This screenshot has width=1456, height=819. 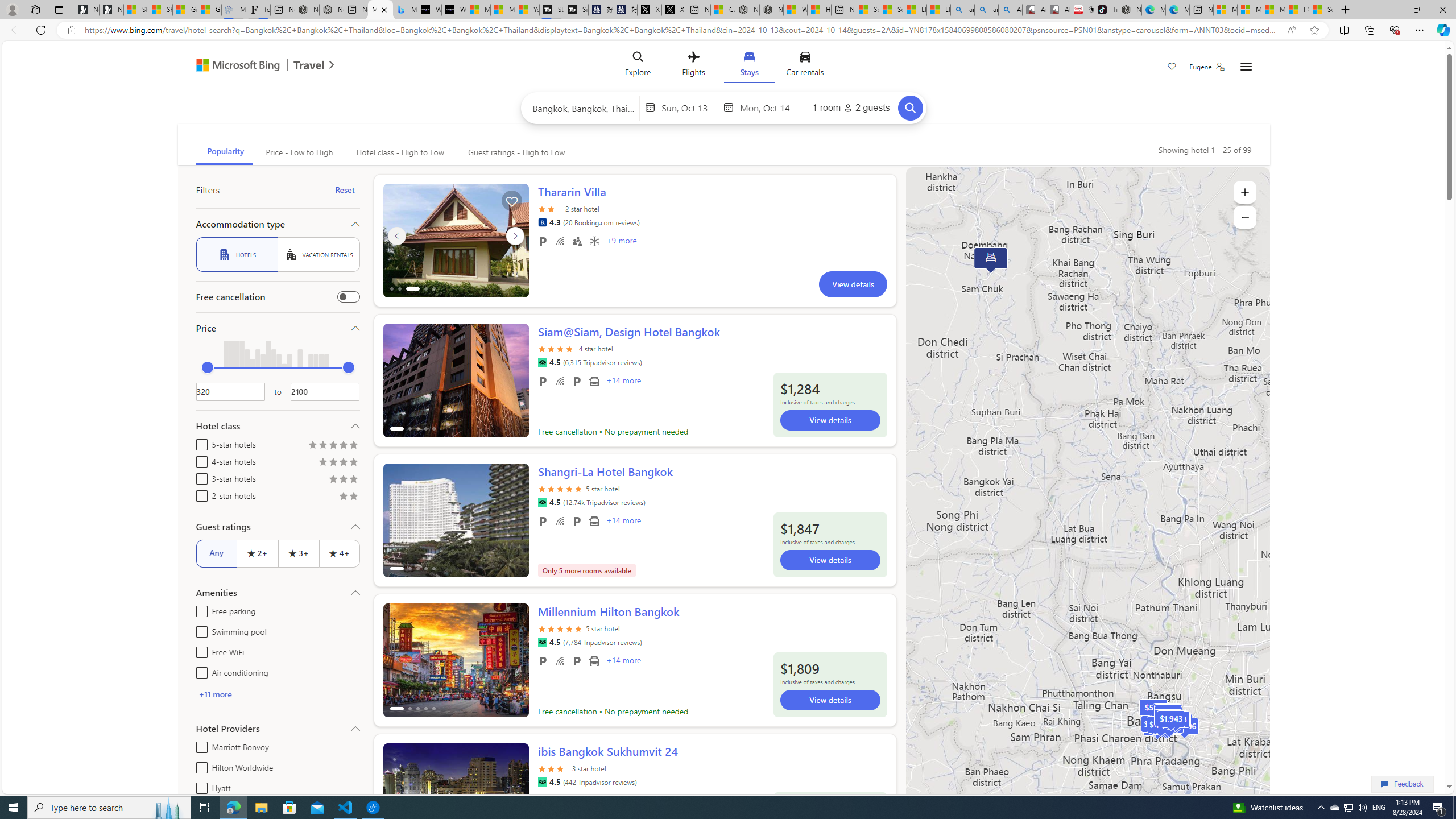 What do you see at coordinates (257, 553) in the screenshot?
I see `'2+'` at bounding box center [257, 553].